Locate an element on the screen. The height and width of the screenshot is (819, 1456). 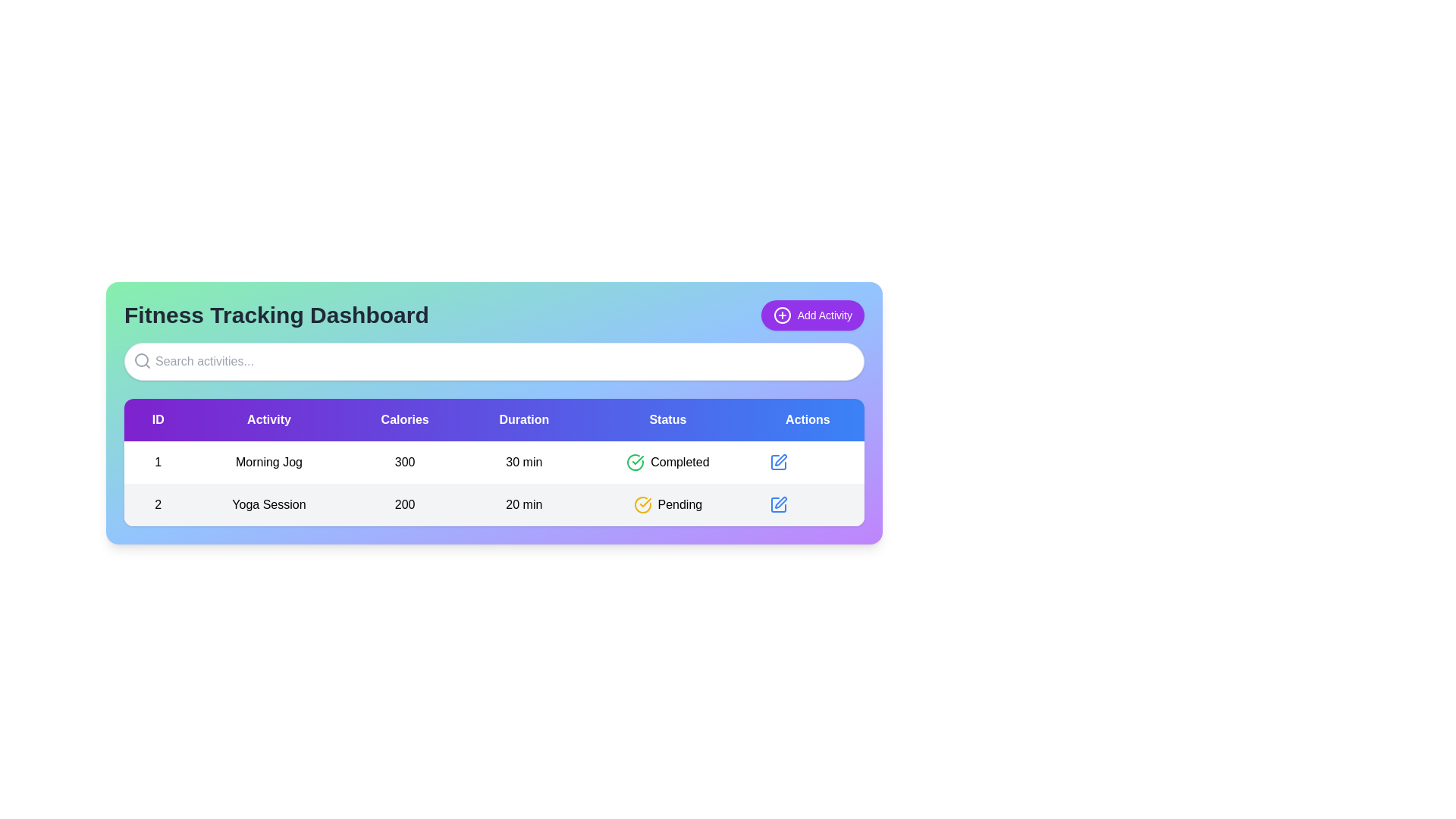
the 'Duration' header title in the table, which is the fourth item in the header row, positioned between 'Calories' and 'Status' is located at coordinates (524, 420).